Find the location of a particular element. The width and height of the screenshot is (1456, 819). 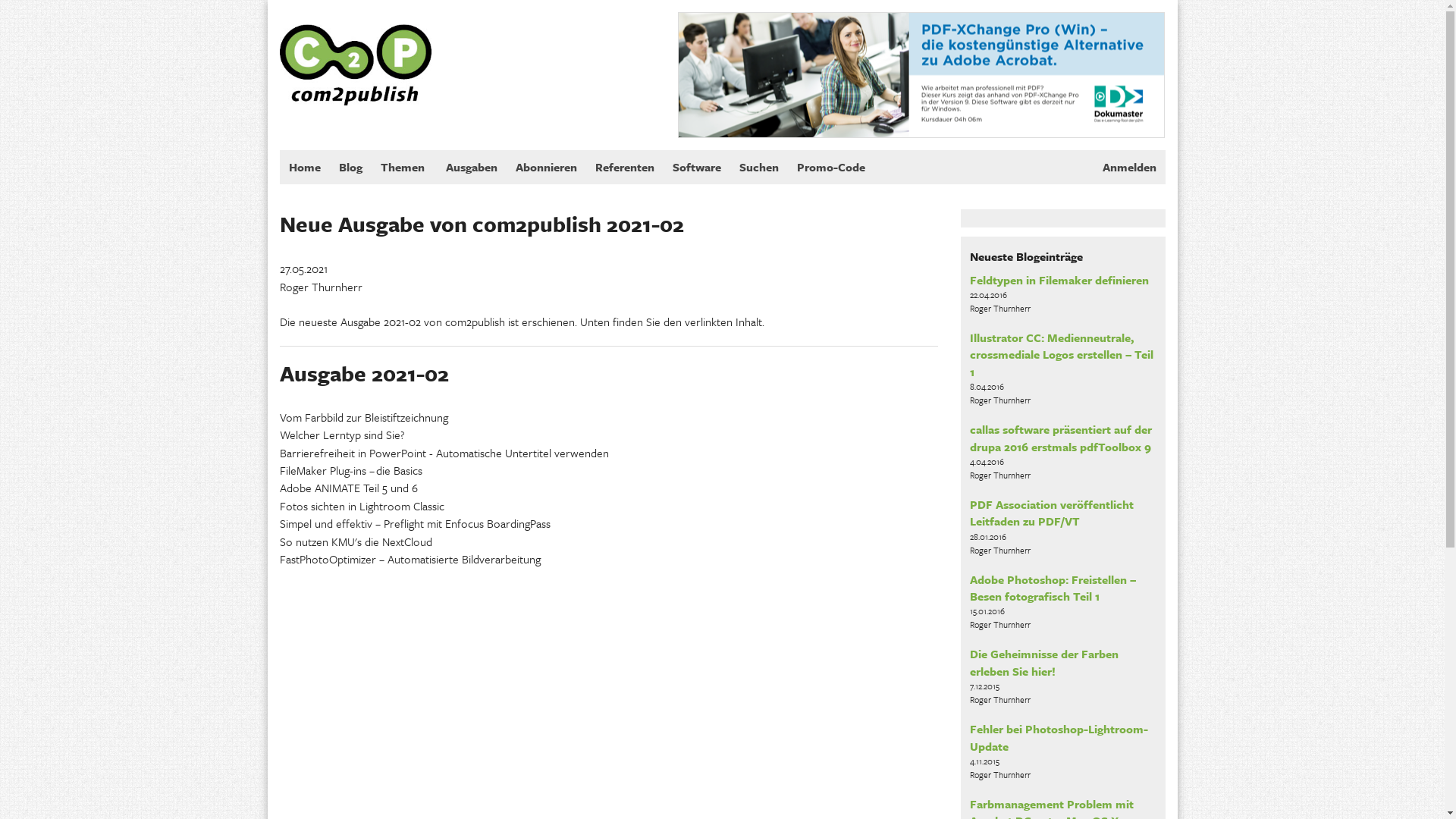

'Themen' is located at coordinates (403, 167).